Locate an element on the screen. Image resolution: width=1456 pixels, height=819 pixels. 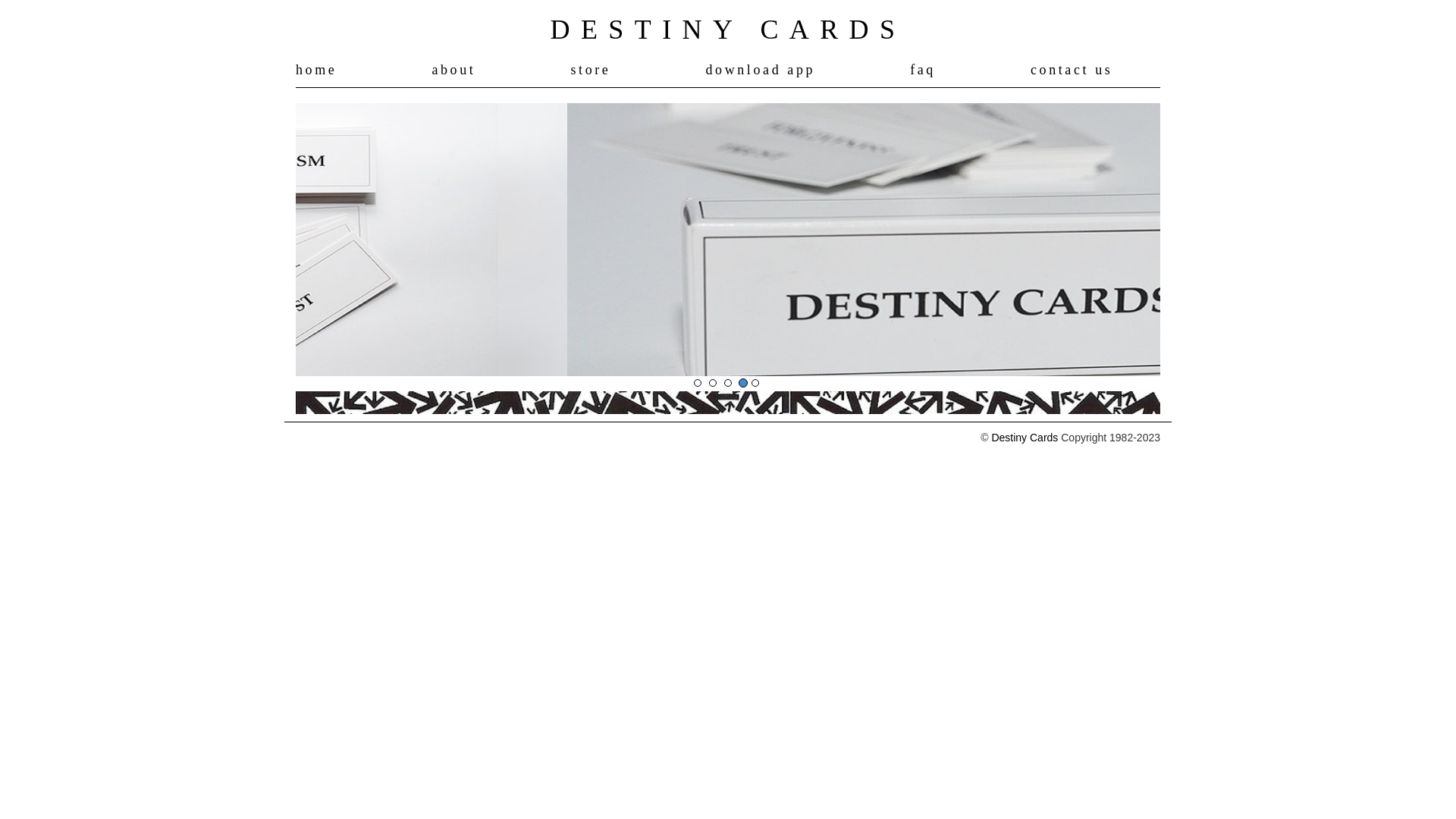
'about' is located at coordinates (453, 70).